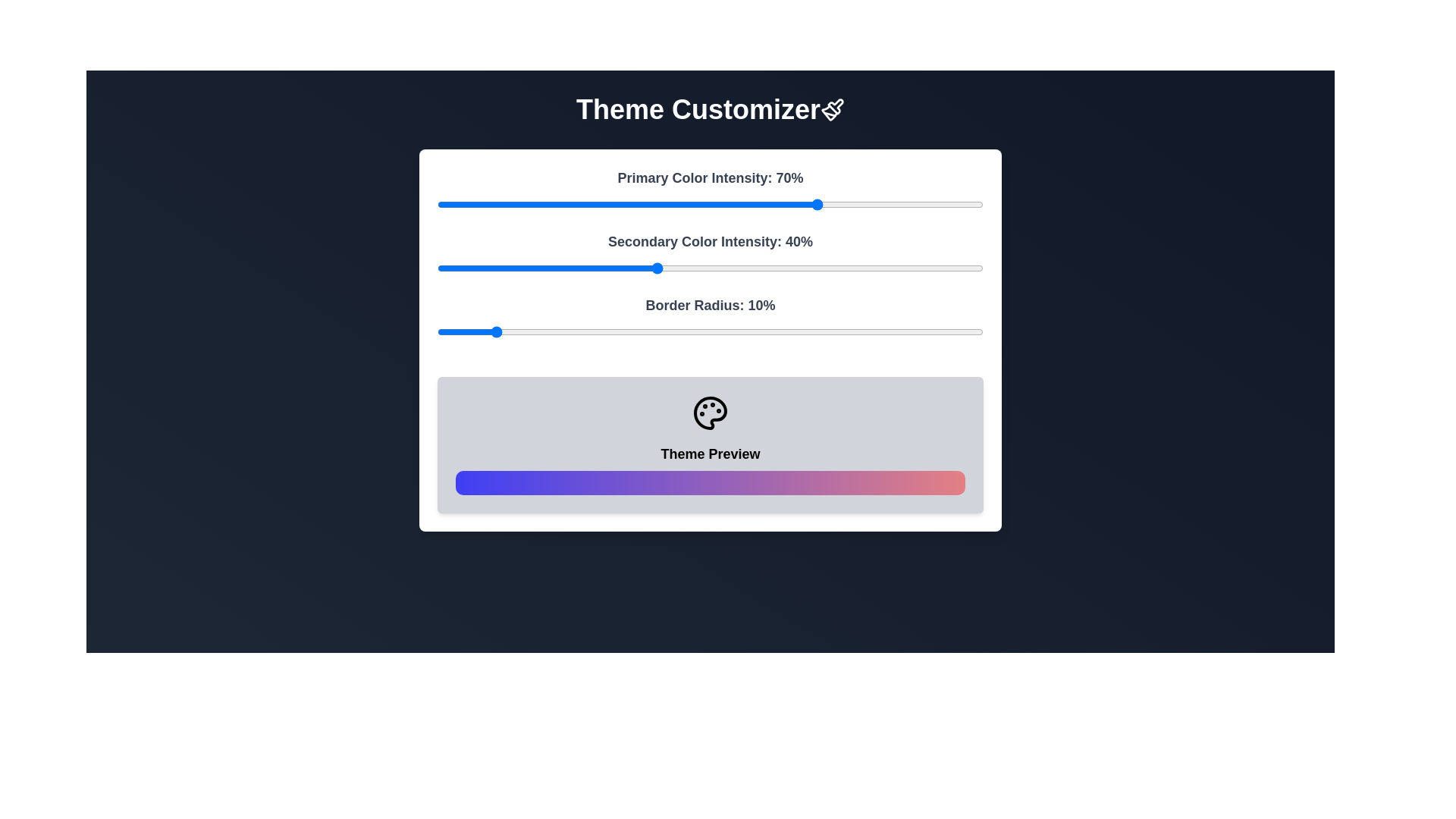 This screenshot has height=819, width=1456. Describe the element at coordinates (868, 331) in the screenshot. I see `the Border Radius slider to 79%` at that location.